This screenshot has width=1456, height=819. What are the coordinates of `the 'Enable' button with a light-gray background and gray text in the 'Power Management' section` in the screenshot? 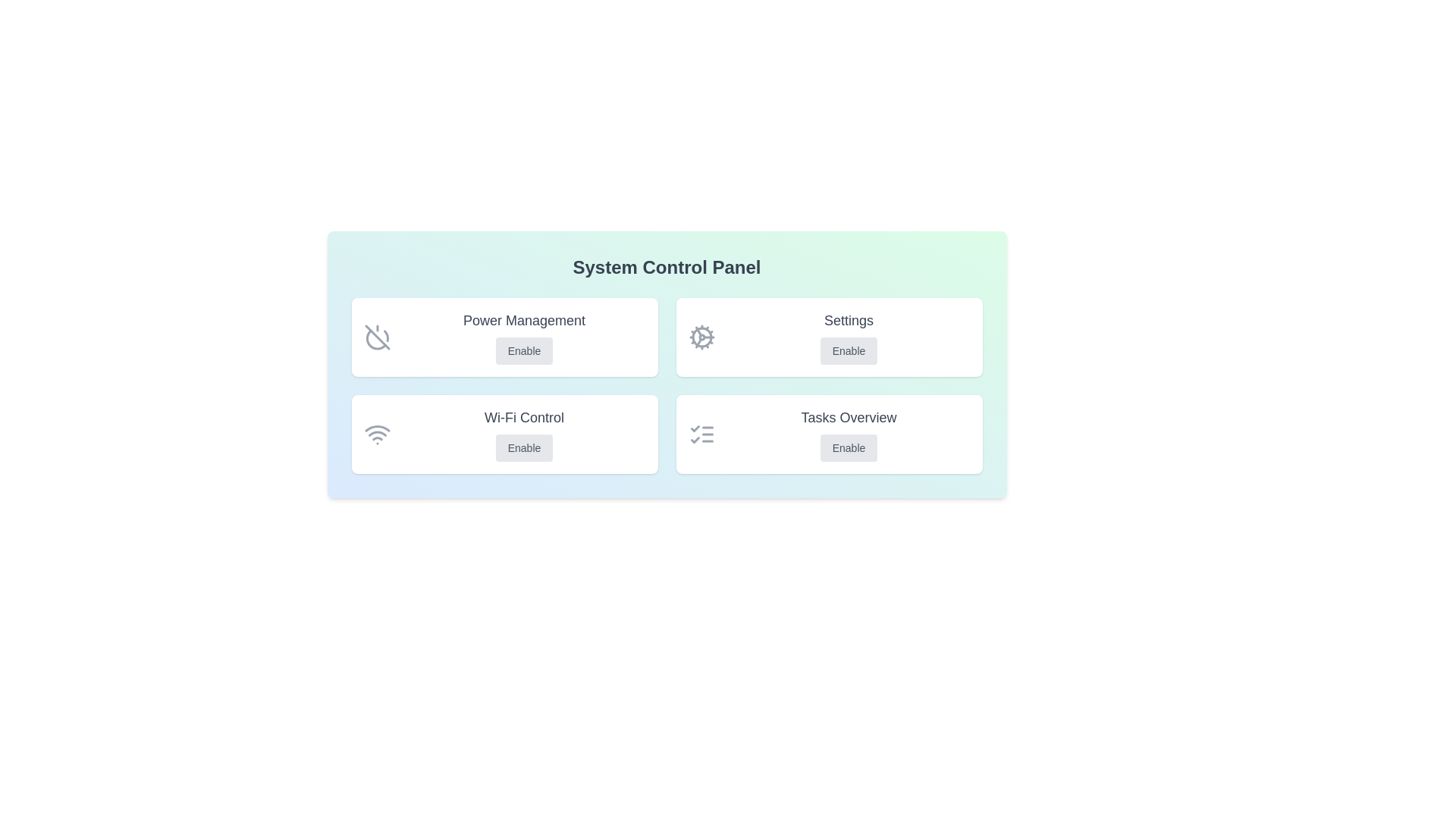 It's located at (524, 350).